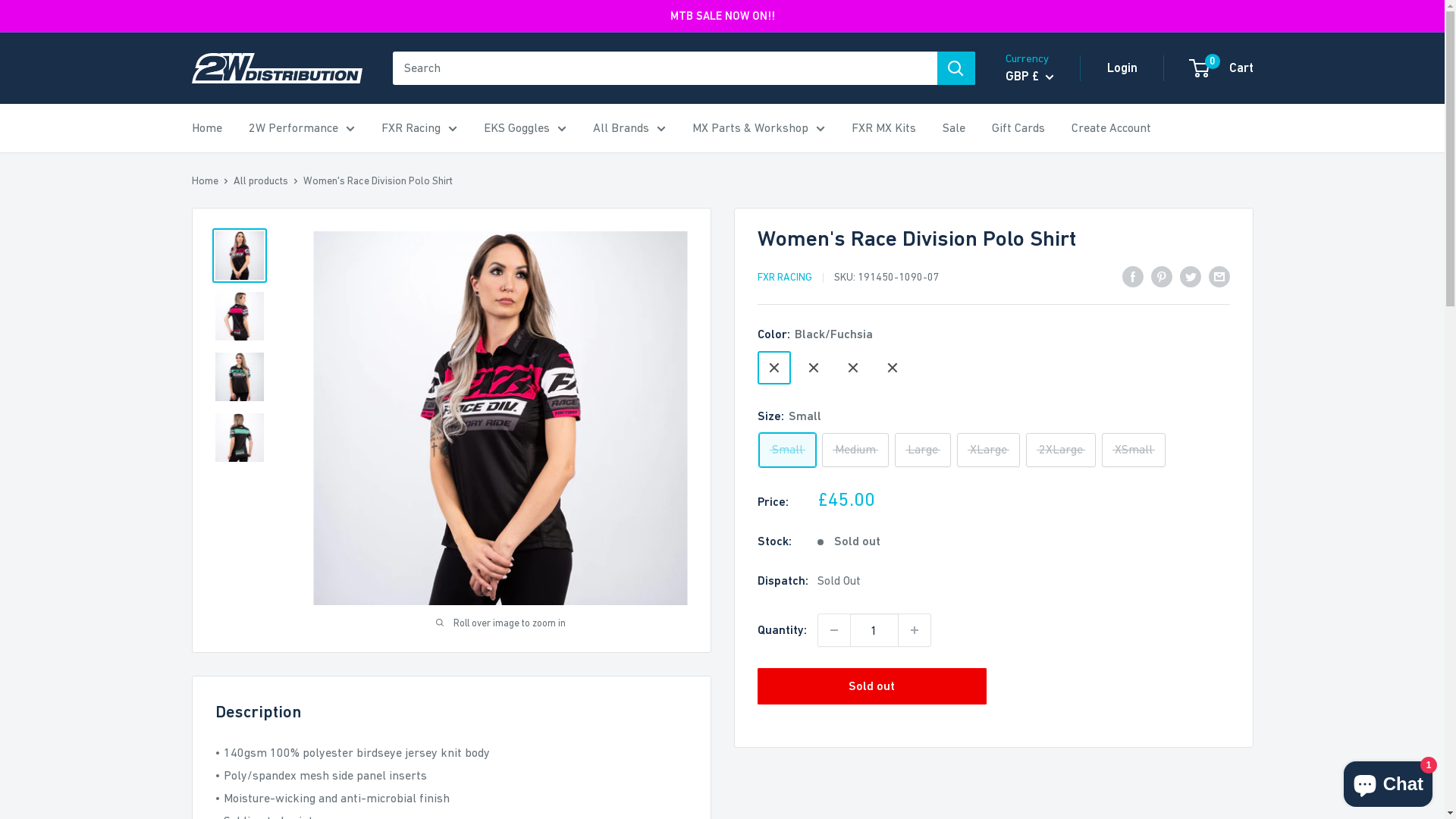 This screenshot has width=1456, height=819. Describe the element at coordinates (261, 180) in the screenshot. I see `'All products'` at that location.